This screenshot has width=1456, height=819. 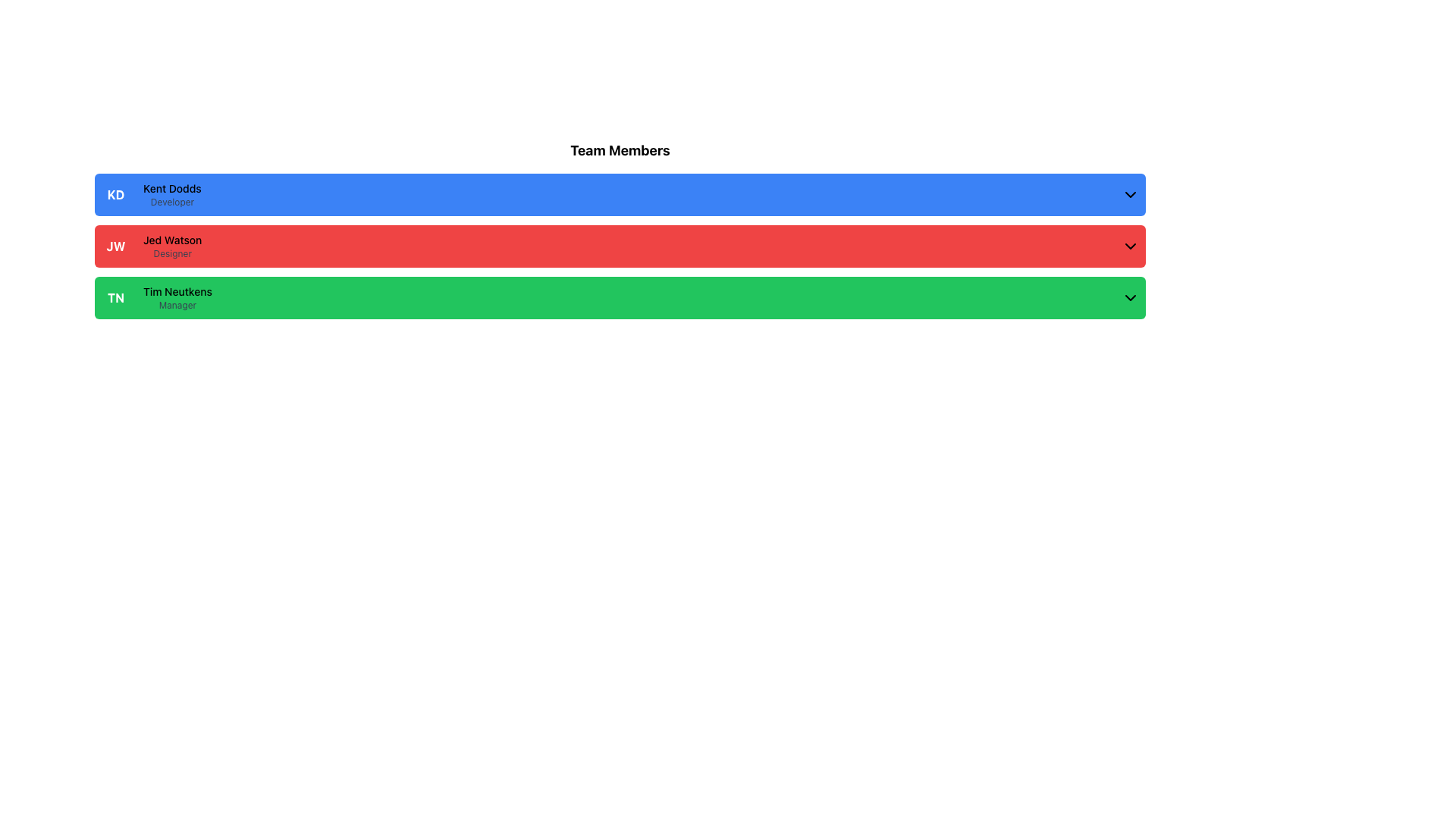 What do you see at coordinates (177, 298) in the screenshot?
I see `text content of the name 'Tim Neutkens' and title 'Manager' displayed in bold and grayed-out fonts respectively, which is centrally aligned within a green rectangular area` at bounding box center [177, 298].